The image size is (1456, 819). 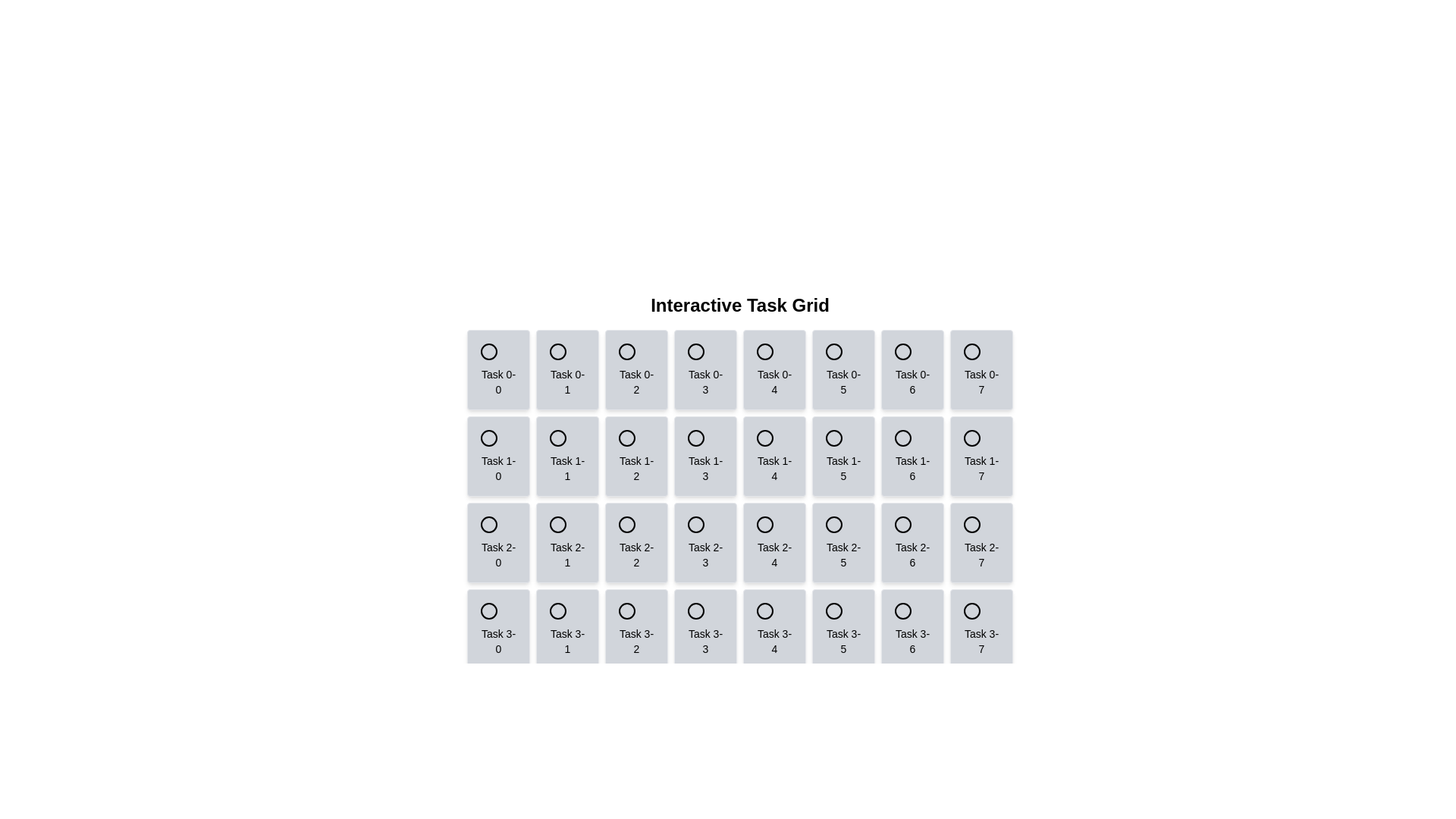 What do you see at coordinates (498, 370) in the screenshot?
I see `the button labeled 'Task 0-0'` at bounding box center [498, 370].